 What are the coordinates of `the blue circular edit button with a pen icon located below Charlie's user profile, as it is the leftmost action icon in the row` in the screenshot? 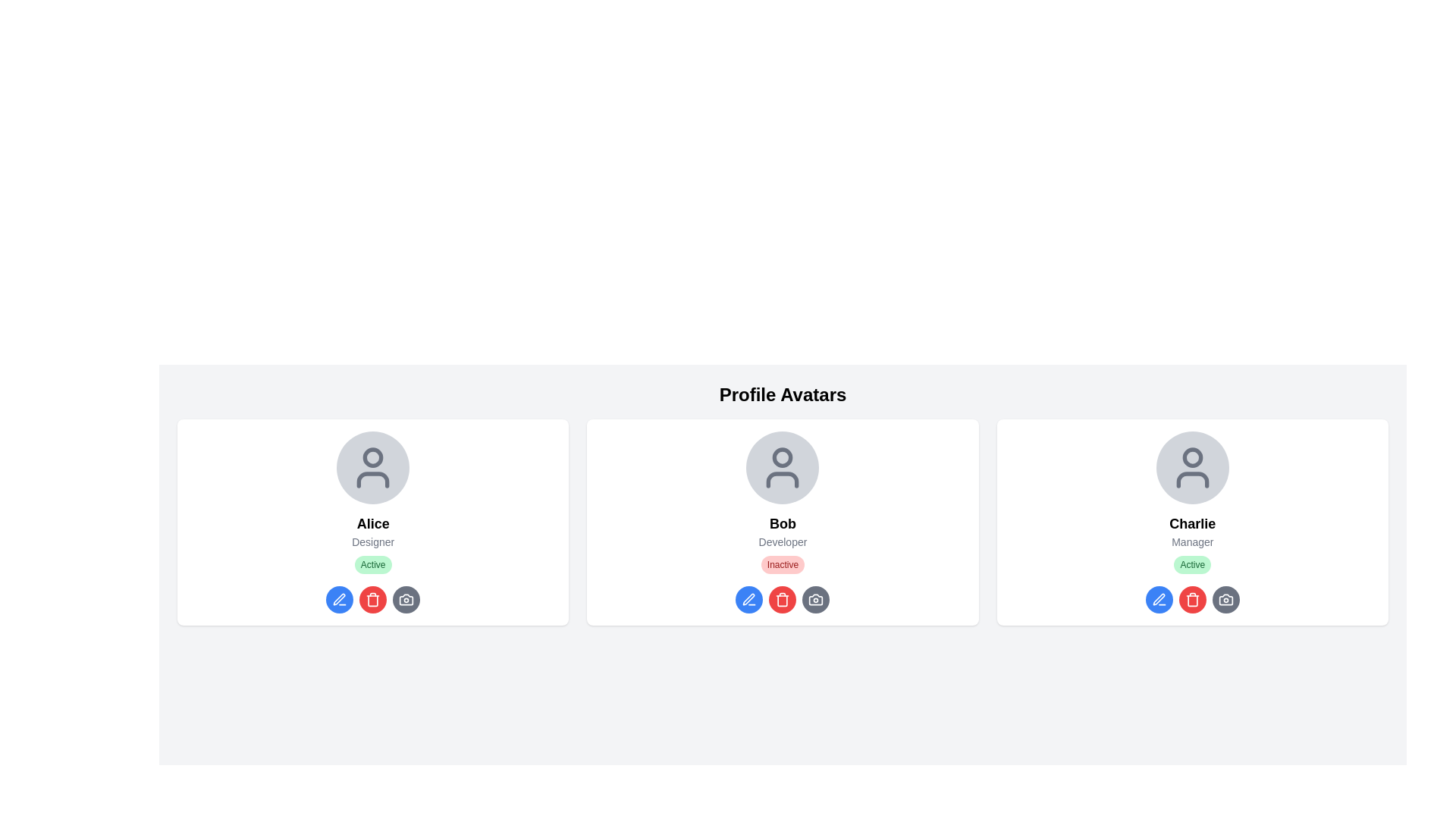 It's located at (1158, 598).